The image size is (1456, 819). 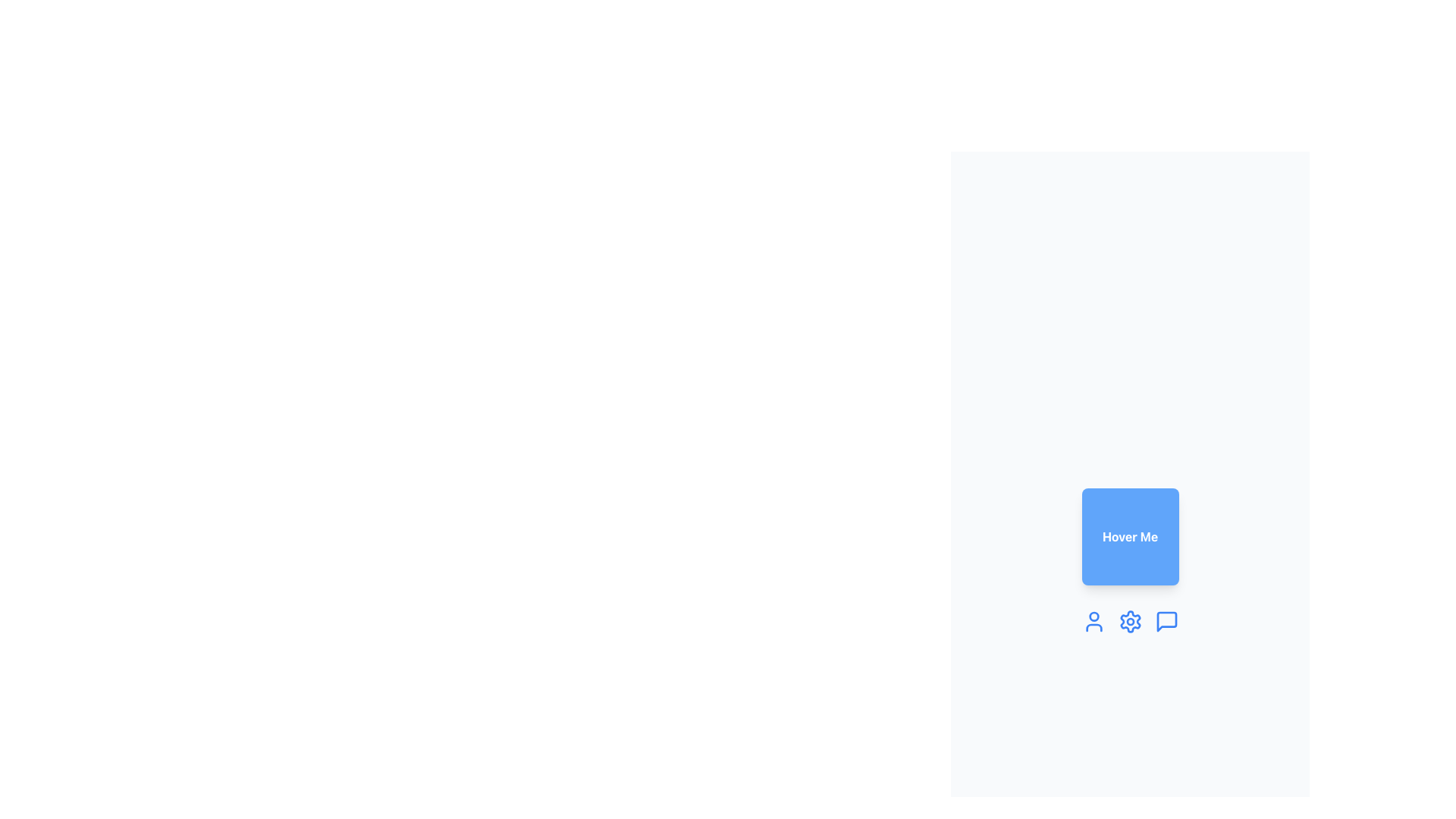 I want to click on the blue user profile avatar icon, which is the first icon in a row of three located below the 'Hover Me' button, so click(x=1094, y=622).